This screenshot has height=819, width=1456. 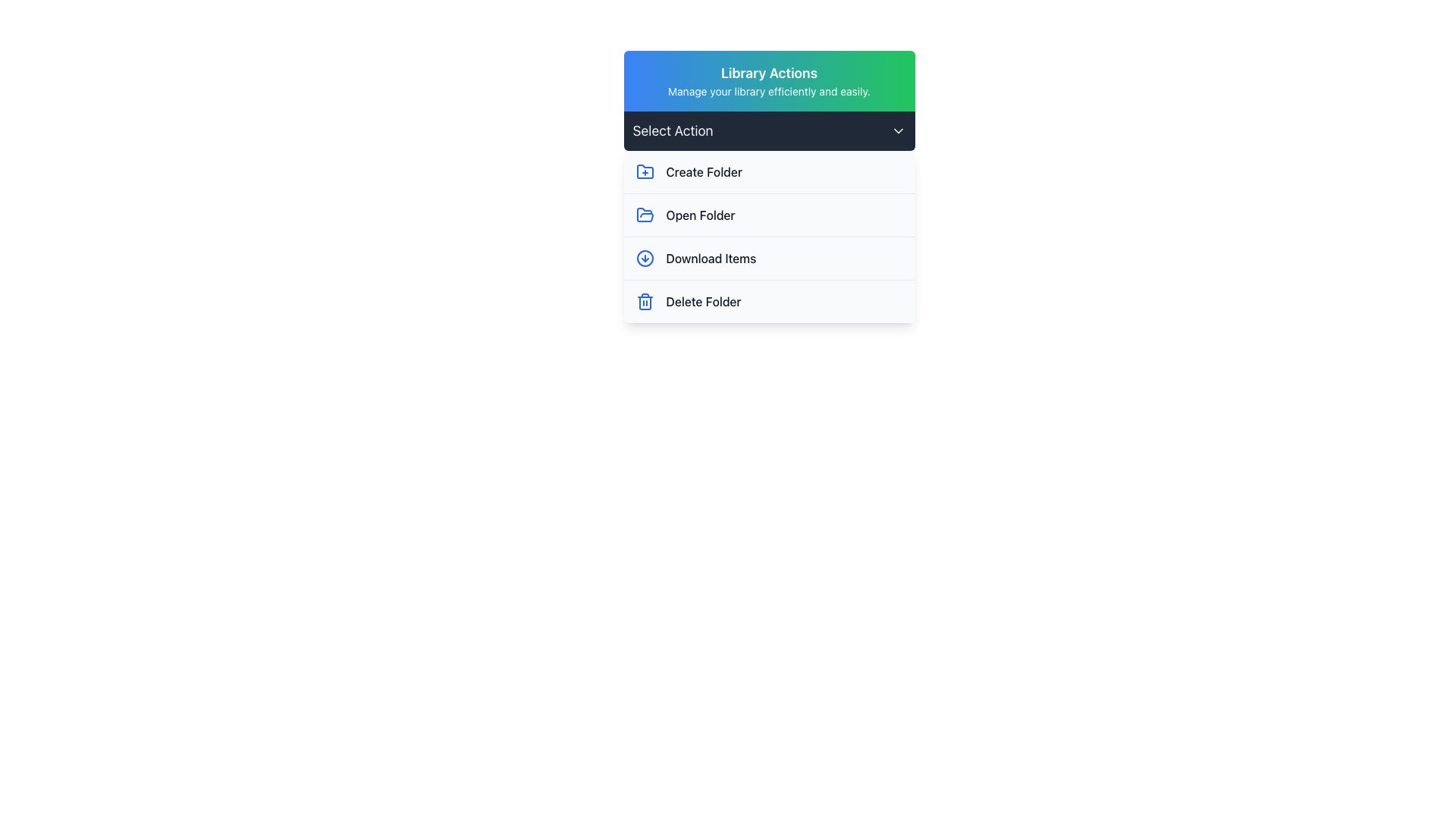 I want to click on the visual reference icon, so click(x=645, y=215).